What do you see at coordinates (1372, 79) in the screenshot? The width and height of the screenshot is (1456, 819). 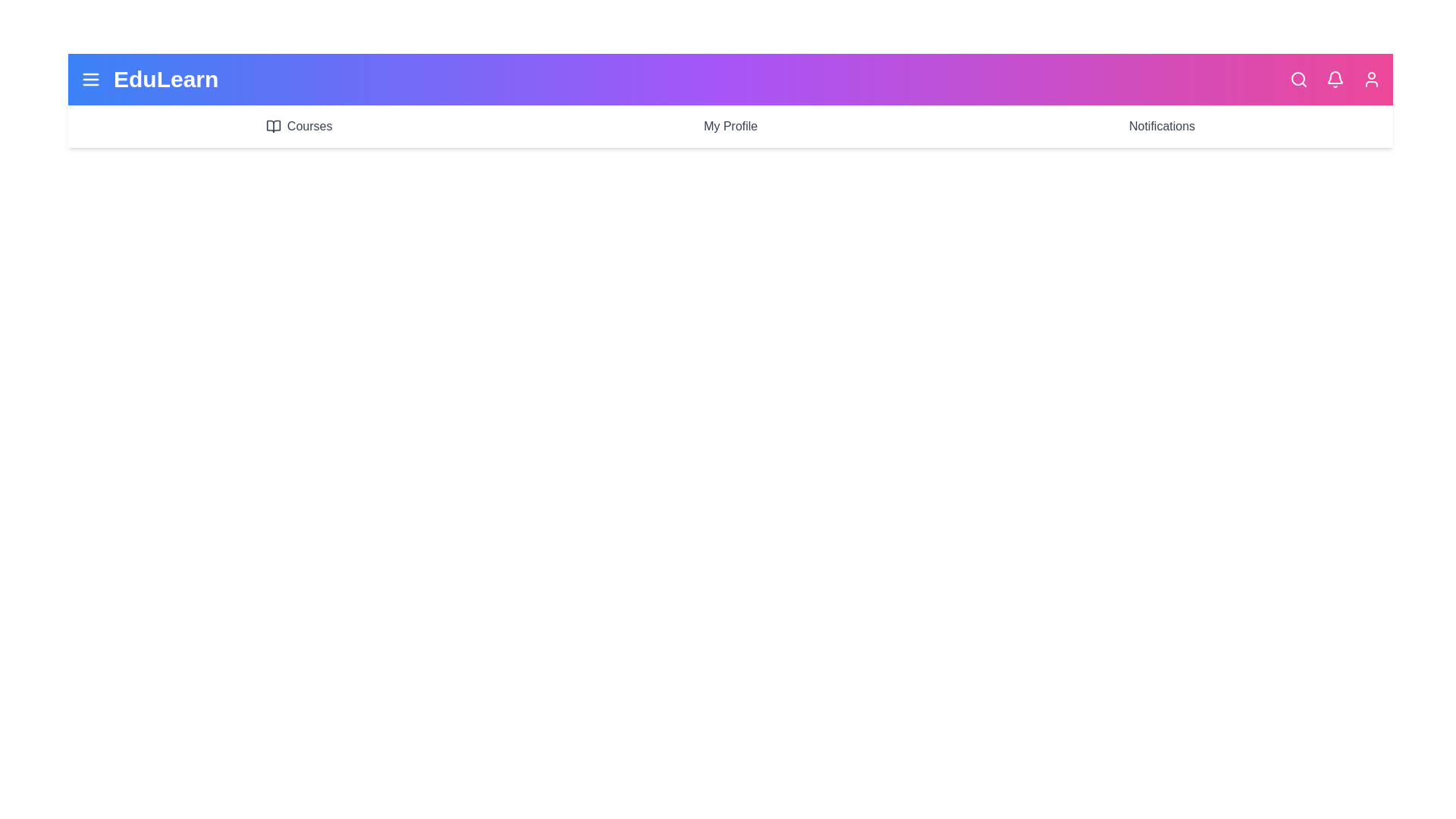 I see `the user icon to observe its hover effect` at bounding box center [1372, 79].